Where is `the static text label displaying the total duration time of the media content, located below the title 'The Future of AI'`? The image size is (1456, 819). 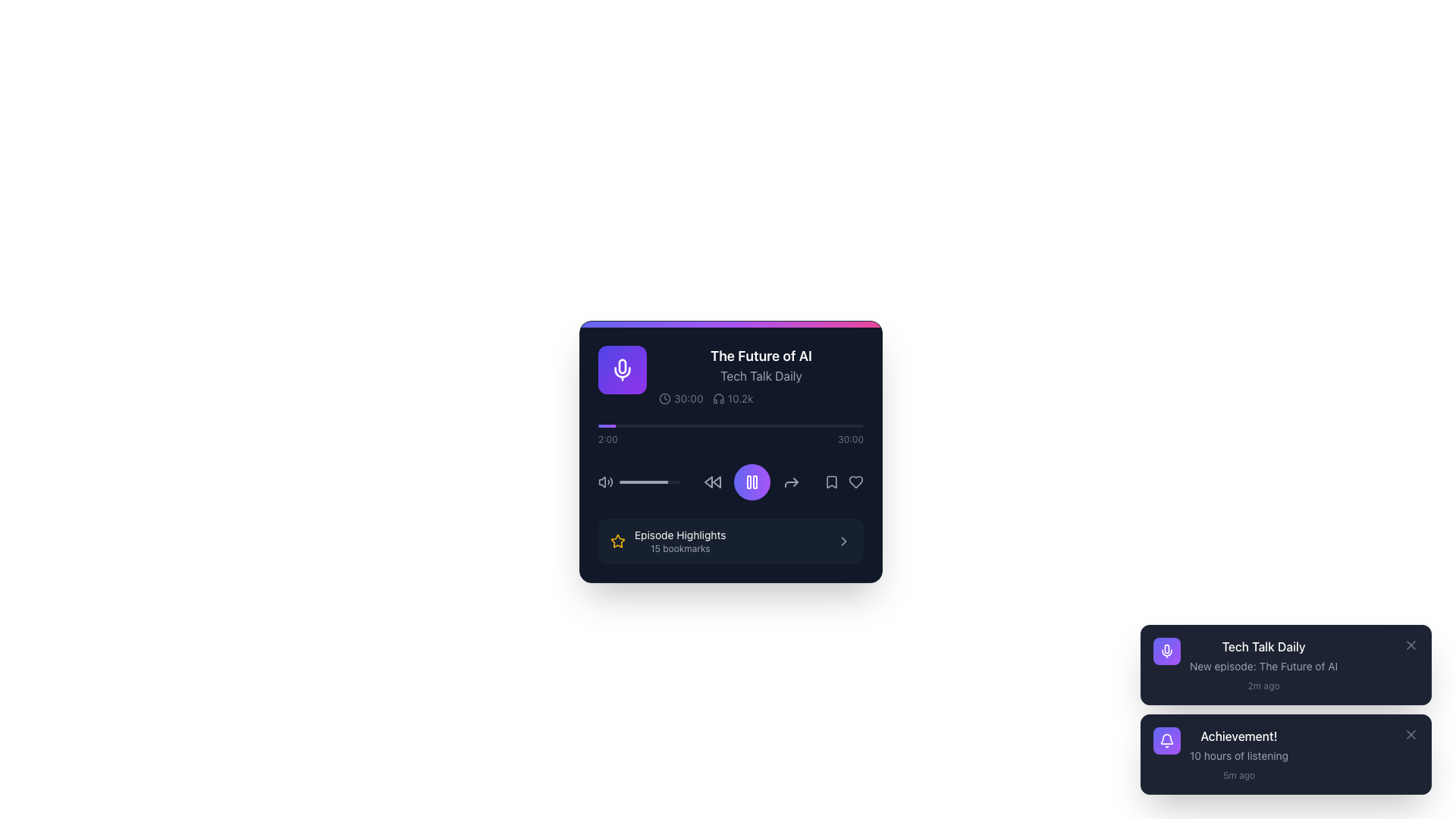 the static text label displaying the total duration time of the media content, located below the title 'The Future of AI' is located at coordinates (680, 397).